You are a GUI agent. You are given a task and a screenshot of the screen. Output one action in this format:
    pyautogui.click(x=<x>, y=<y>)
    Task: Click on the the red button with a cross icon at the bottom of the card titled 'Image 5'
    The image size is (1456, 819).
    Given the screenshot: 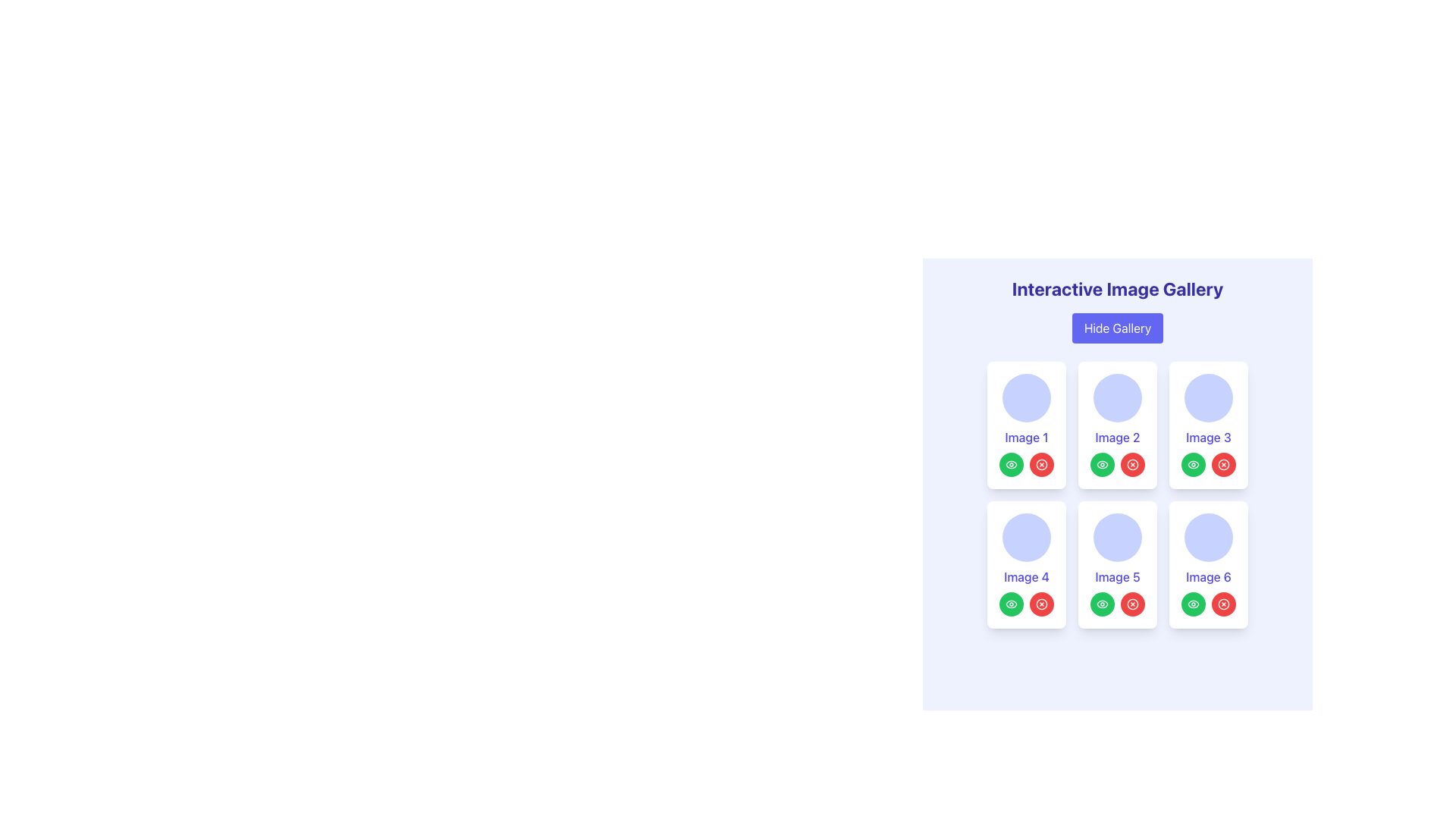 What is the action you would take?
    pyautogui.click(x=1117, y=564)
    